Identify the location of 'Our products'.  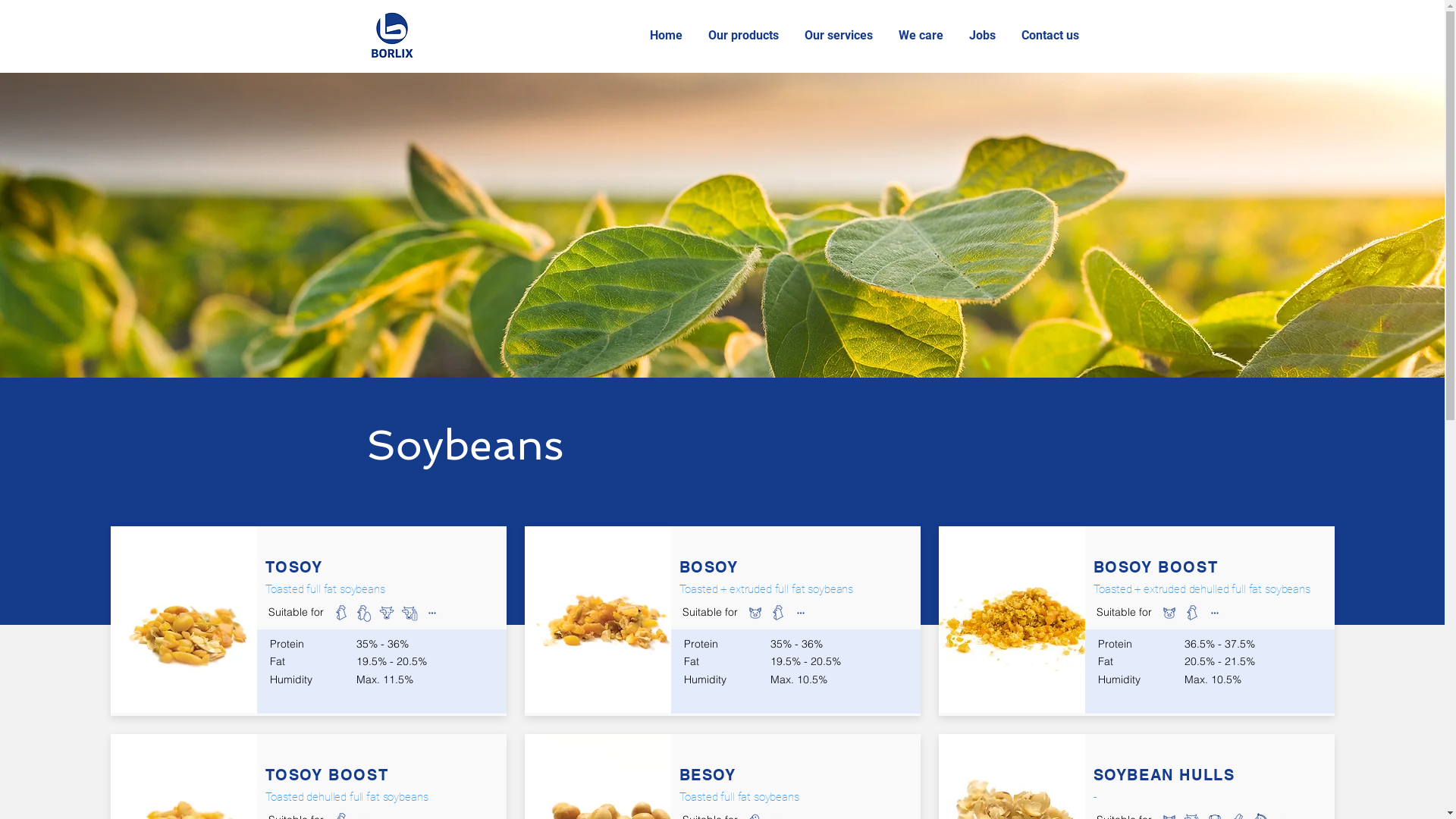
(744, 34).